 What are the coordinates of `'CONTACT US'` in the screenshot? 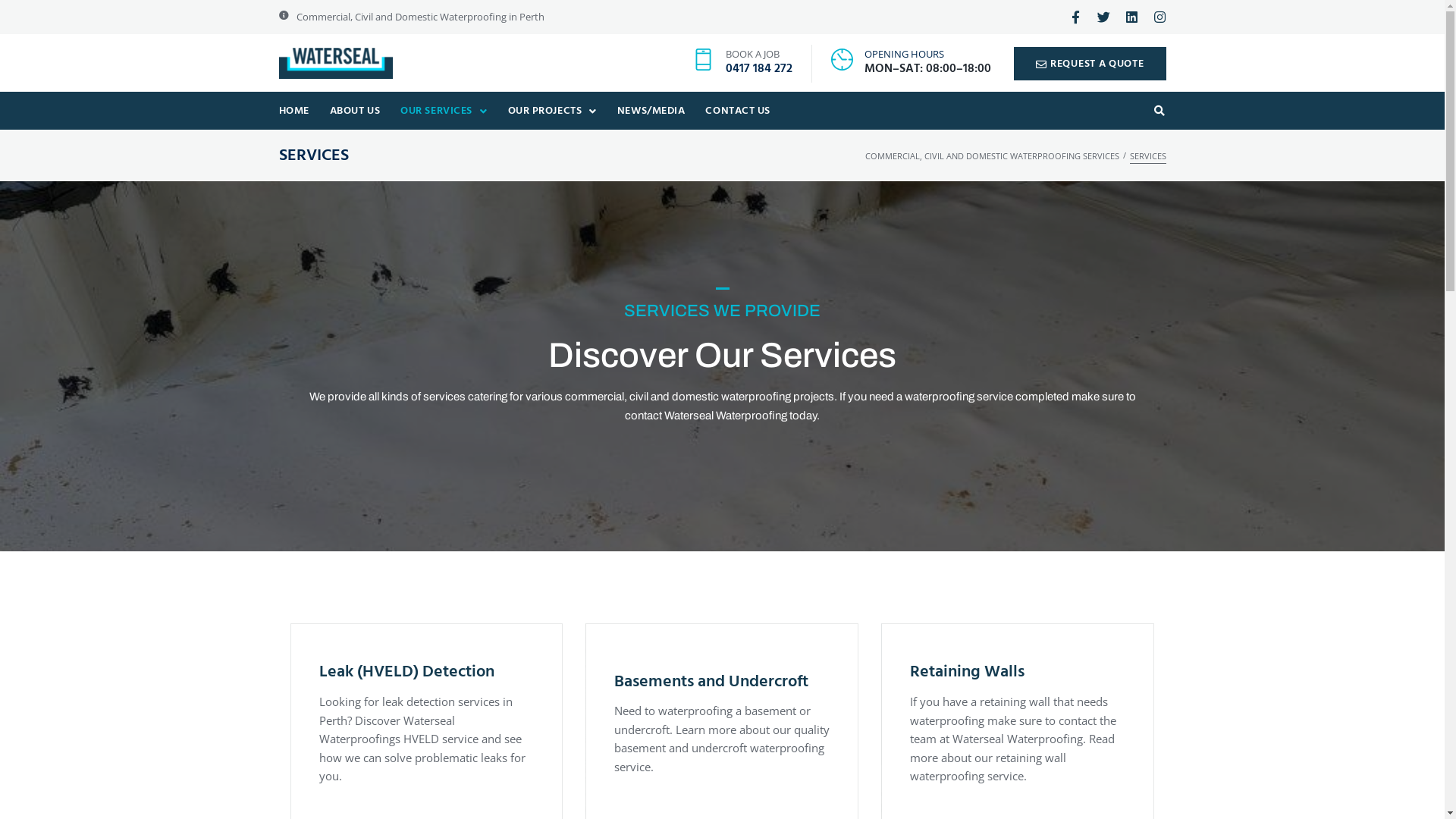 It's located at (694, 110).